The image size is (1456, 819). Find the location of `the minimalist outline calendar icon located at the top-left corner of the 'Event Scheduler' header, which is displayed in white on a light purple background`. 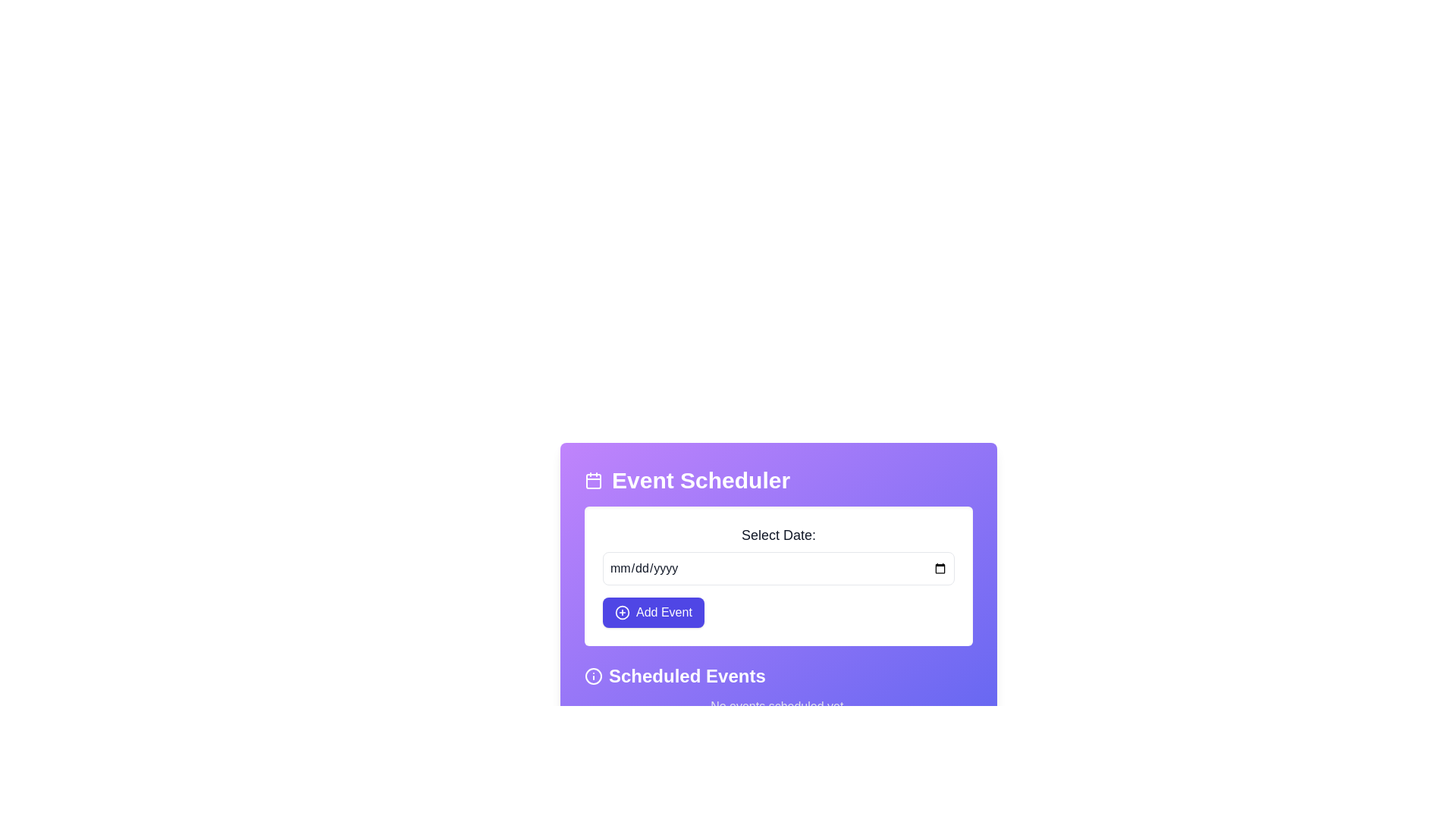

the minimalist outline calendar icon located at the top-left corner of the 'Event Scheduler' header, which is displayed in white on a light purple background is located at coordinates (592, 480).